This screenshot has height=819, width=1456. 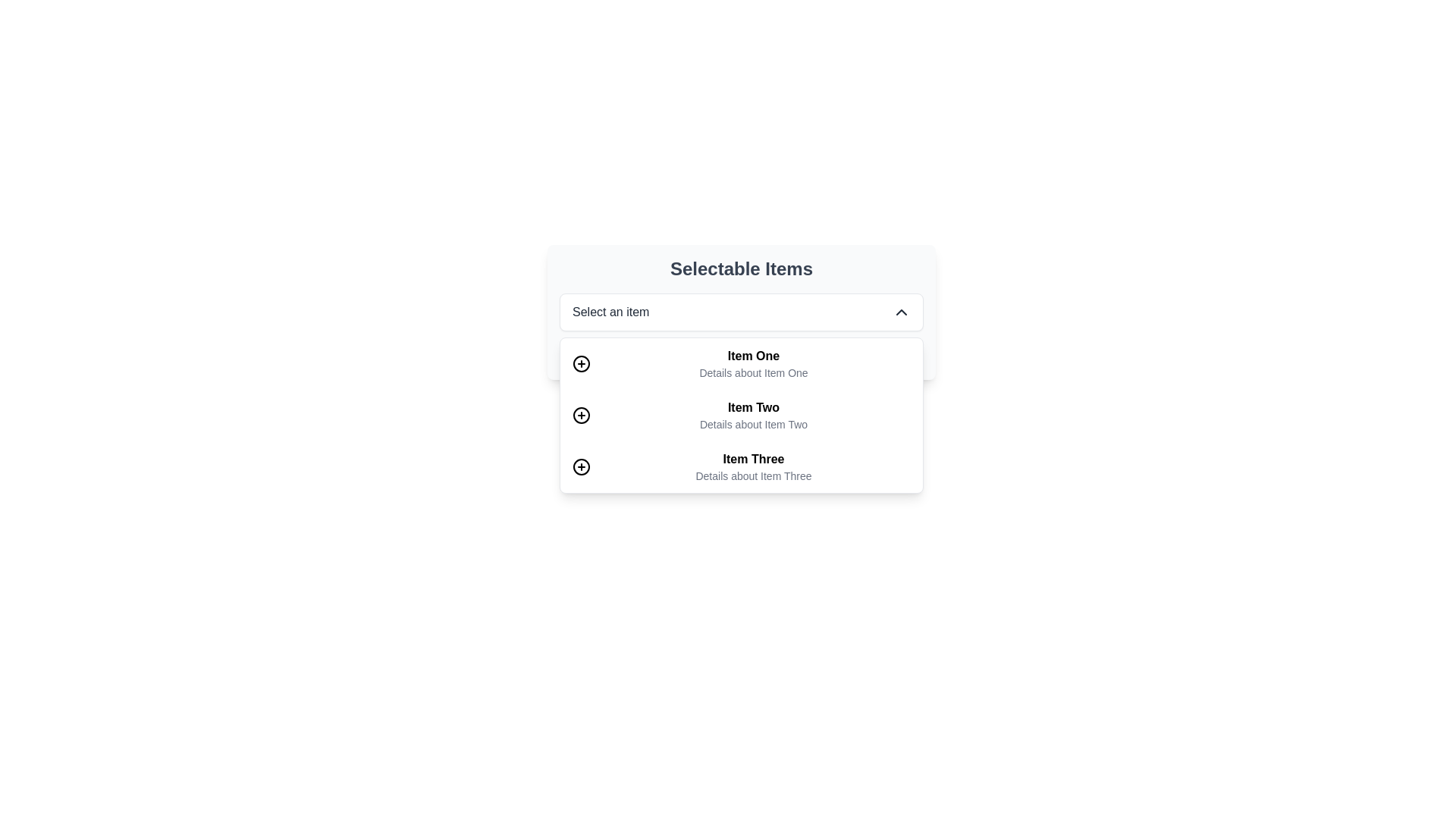 What do you see at coordinates (581, 415) in the screenshot?
I see `the SVG circle element with a black outline located next to the list item labeled 'Item Two' in the vertically aligned button list` at bounding box center [581, 415].